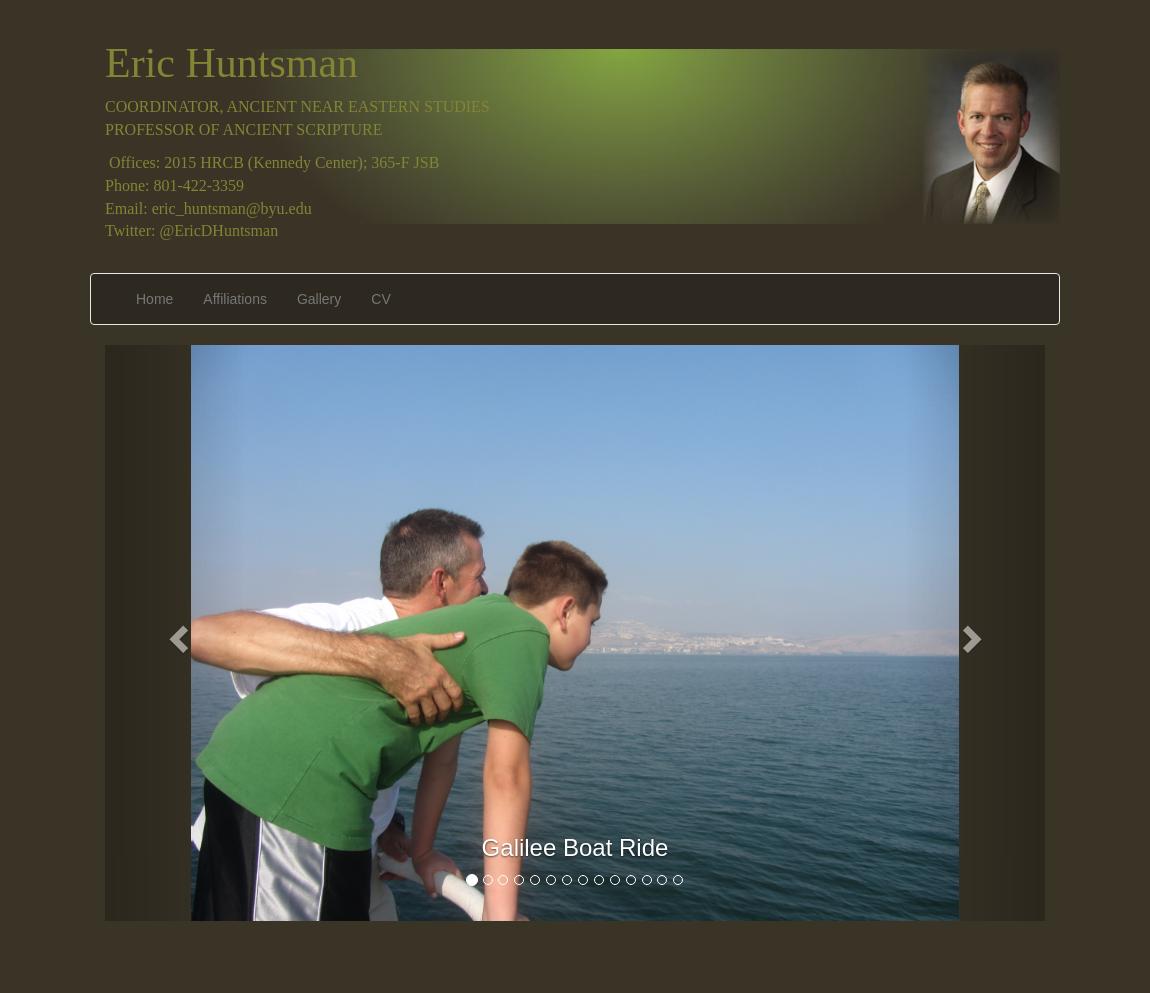 This screenshot has height=993, width=1150. I want to click on 'Eric Huntsman', so click(230, 62).